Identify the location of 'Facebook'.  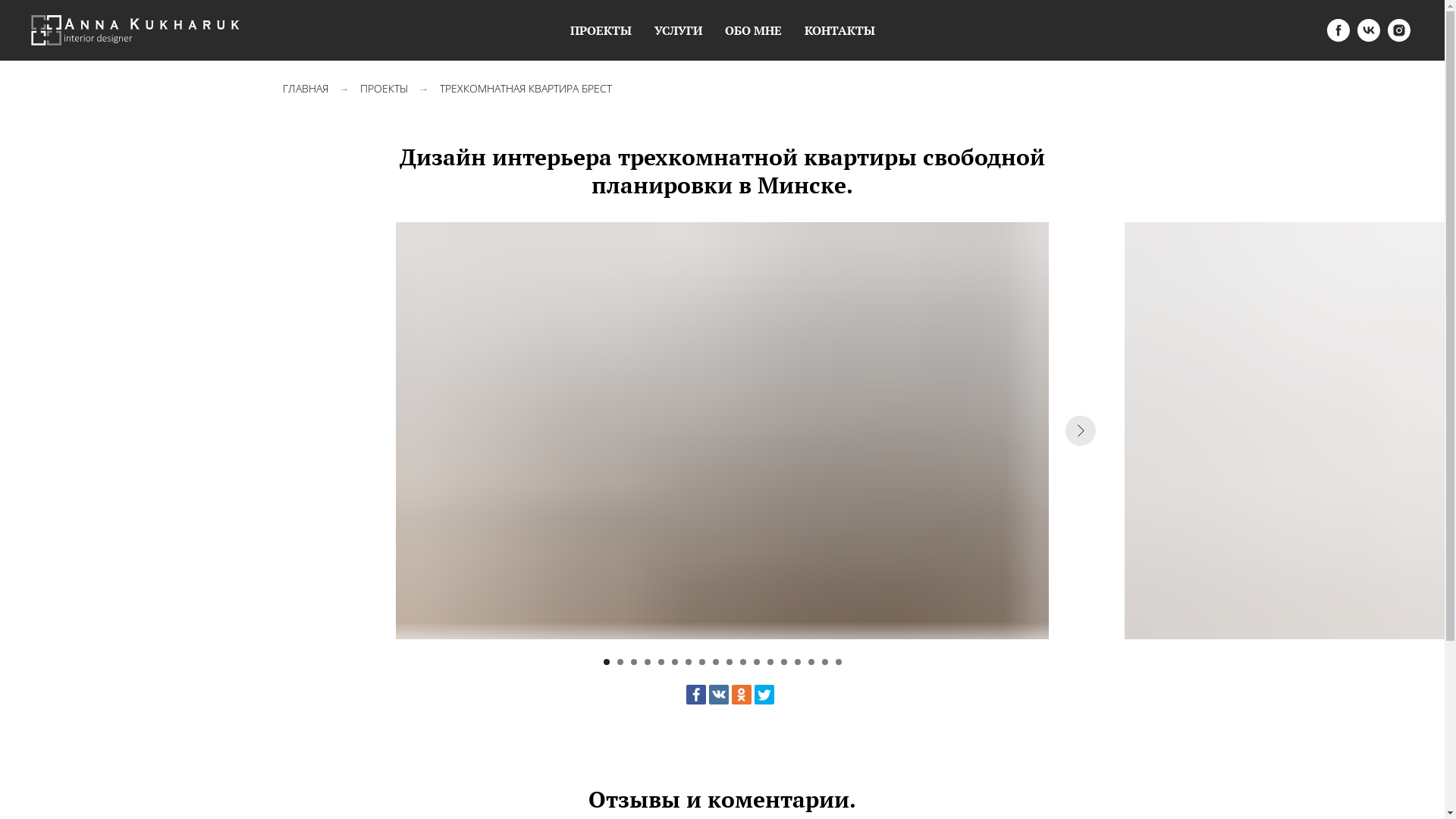
(684, 694).